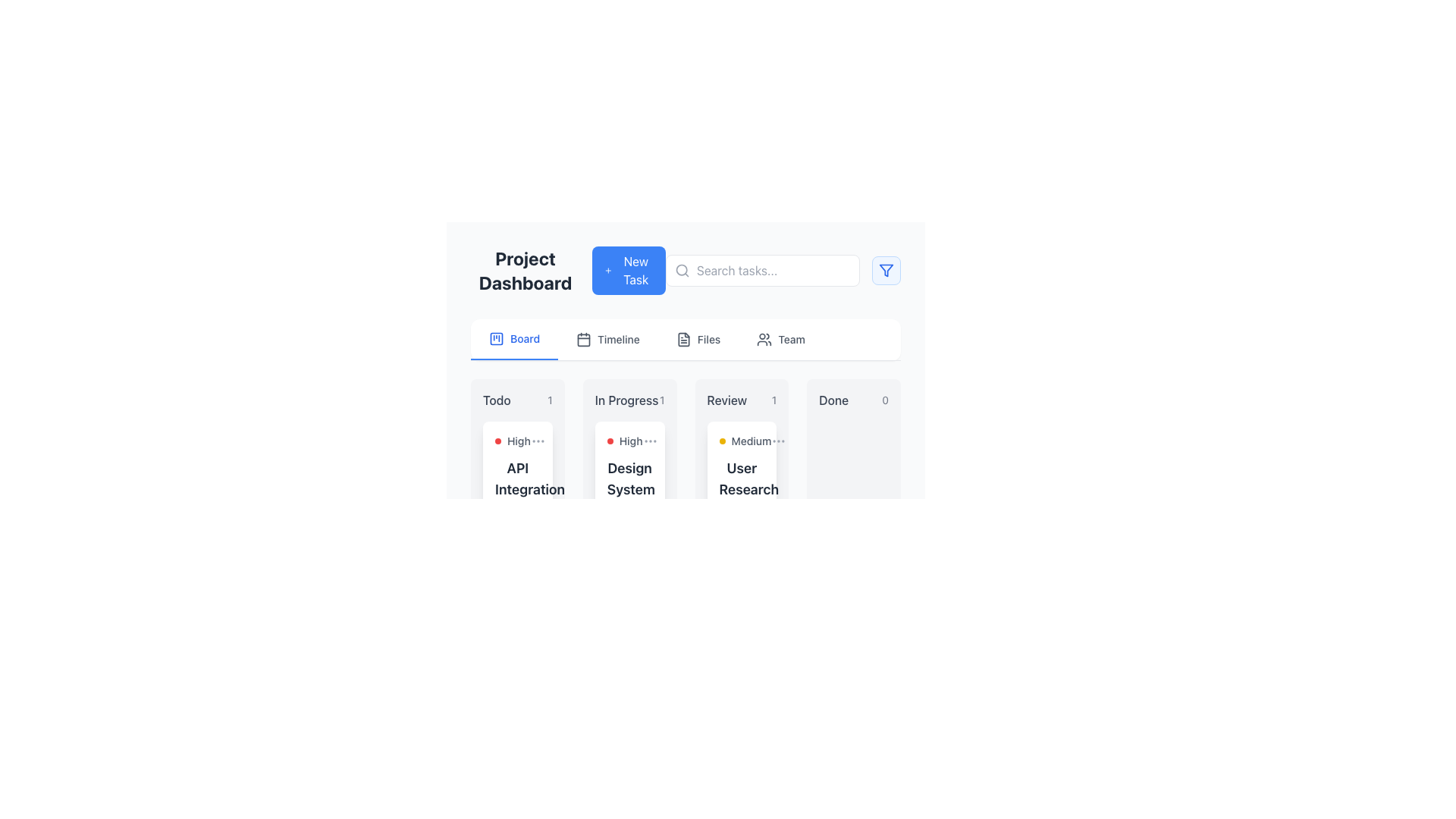 The height and width of the screenshot is (819, 1456). Describe the element at coordinates (682, 338) in the screenshot. I see `the Icon that represents or provides access to document or file management, located near the 'Board', 'Timeline', and 'Team' icons in the navigation options` at that location.